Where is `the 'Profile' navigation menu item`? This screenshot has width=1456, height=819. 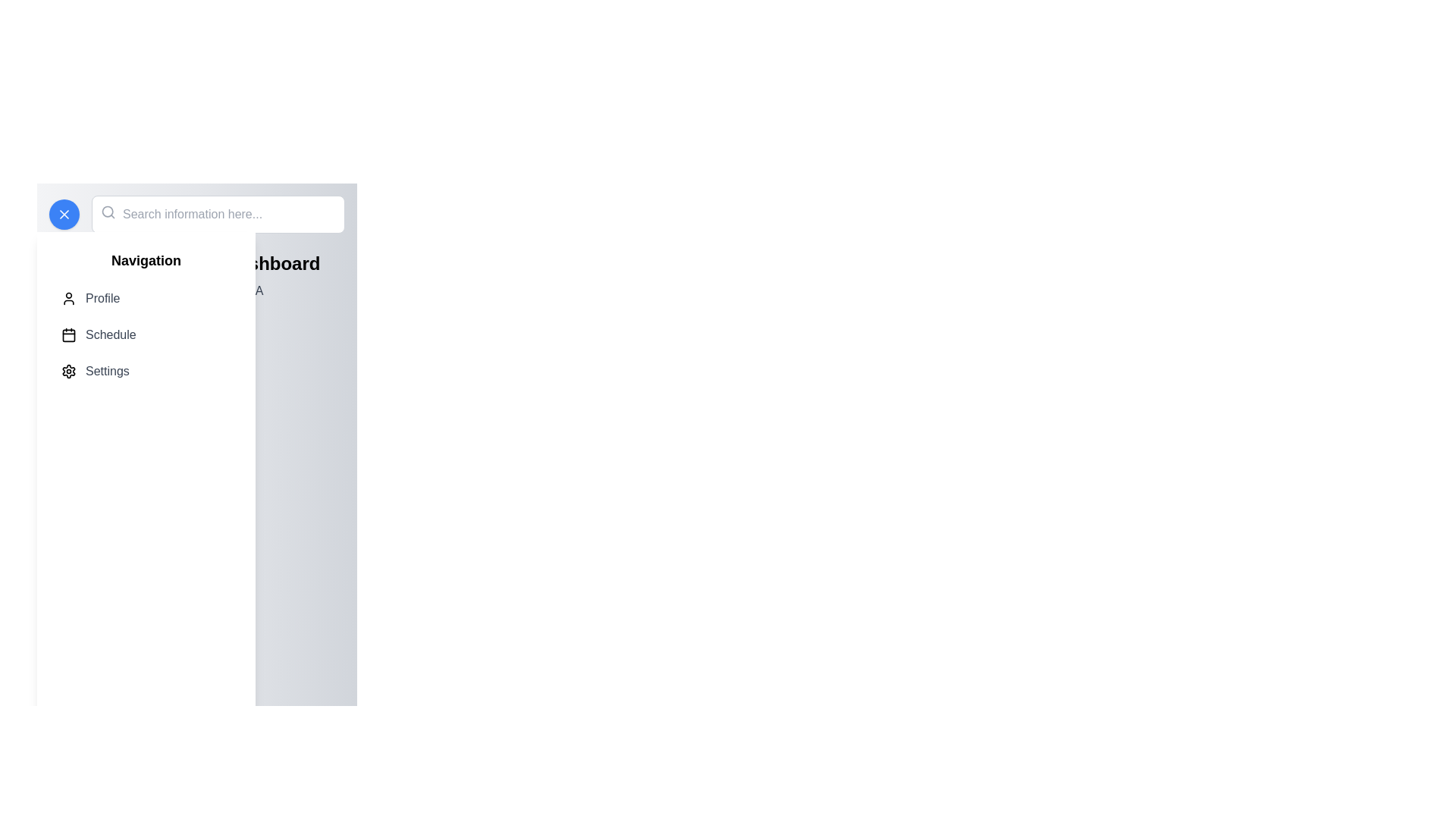 the 'Profile' navigation menu item is located at coordinates (146, 298).